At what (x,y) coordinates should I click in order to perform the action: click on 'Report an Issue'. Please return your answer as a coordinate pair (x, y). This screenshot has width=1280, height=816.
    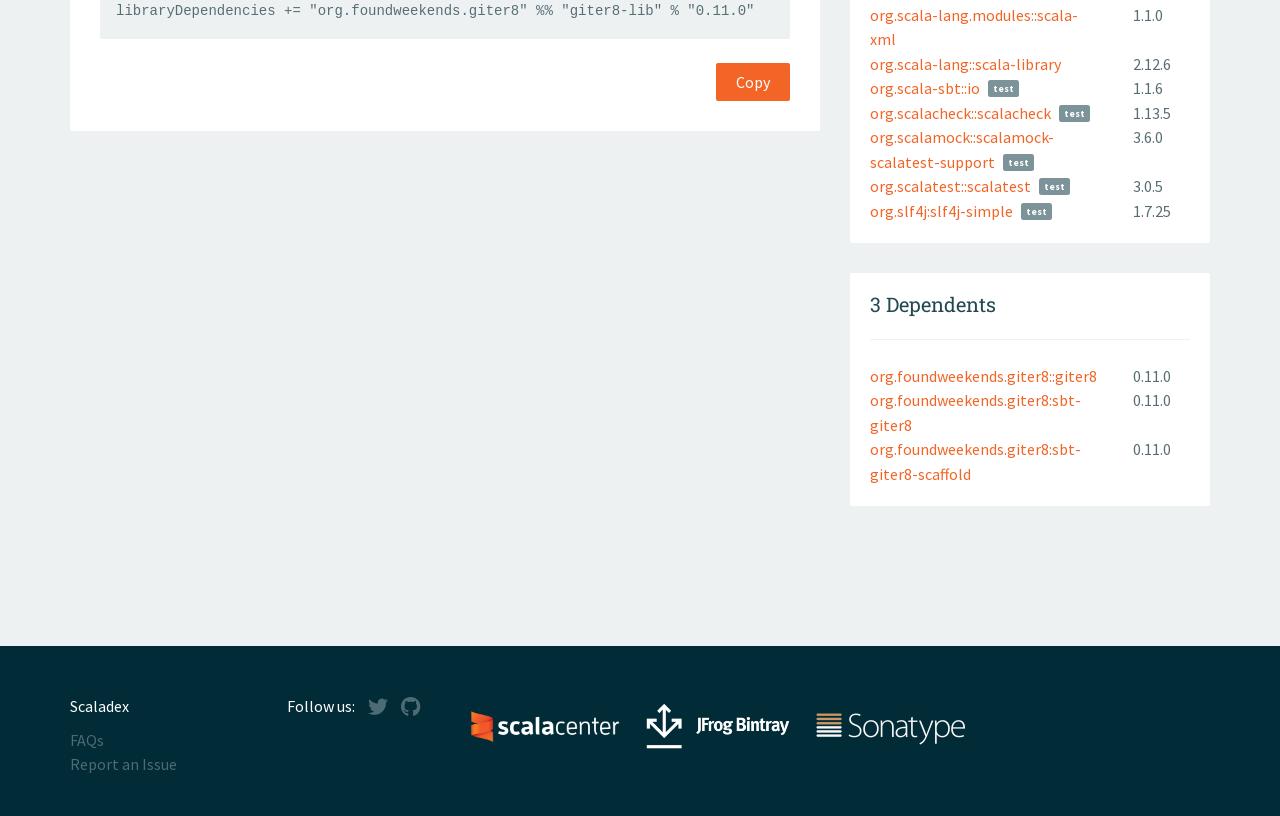
    Looking at the image, I should click on (122, 764).